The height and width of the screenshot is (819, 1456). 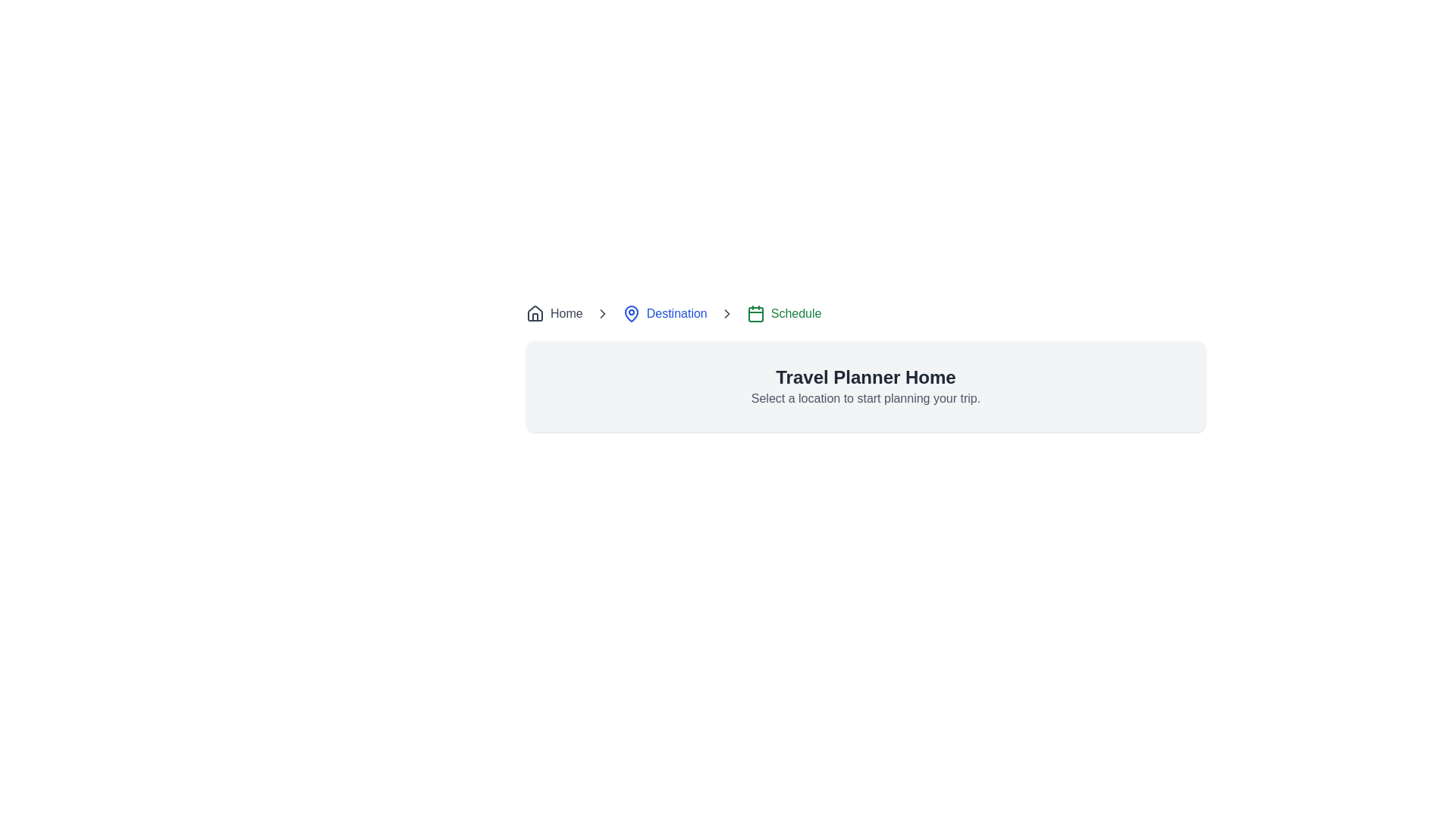 What do you see at coordinates (866, 376) in the screenshot?
I see `the header titled 'Travel Planner Home', which is centrally located beneath the breadcrumb navigation bar and above the descriptive text` at bounding box center [866, 376].